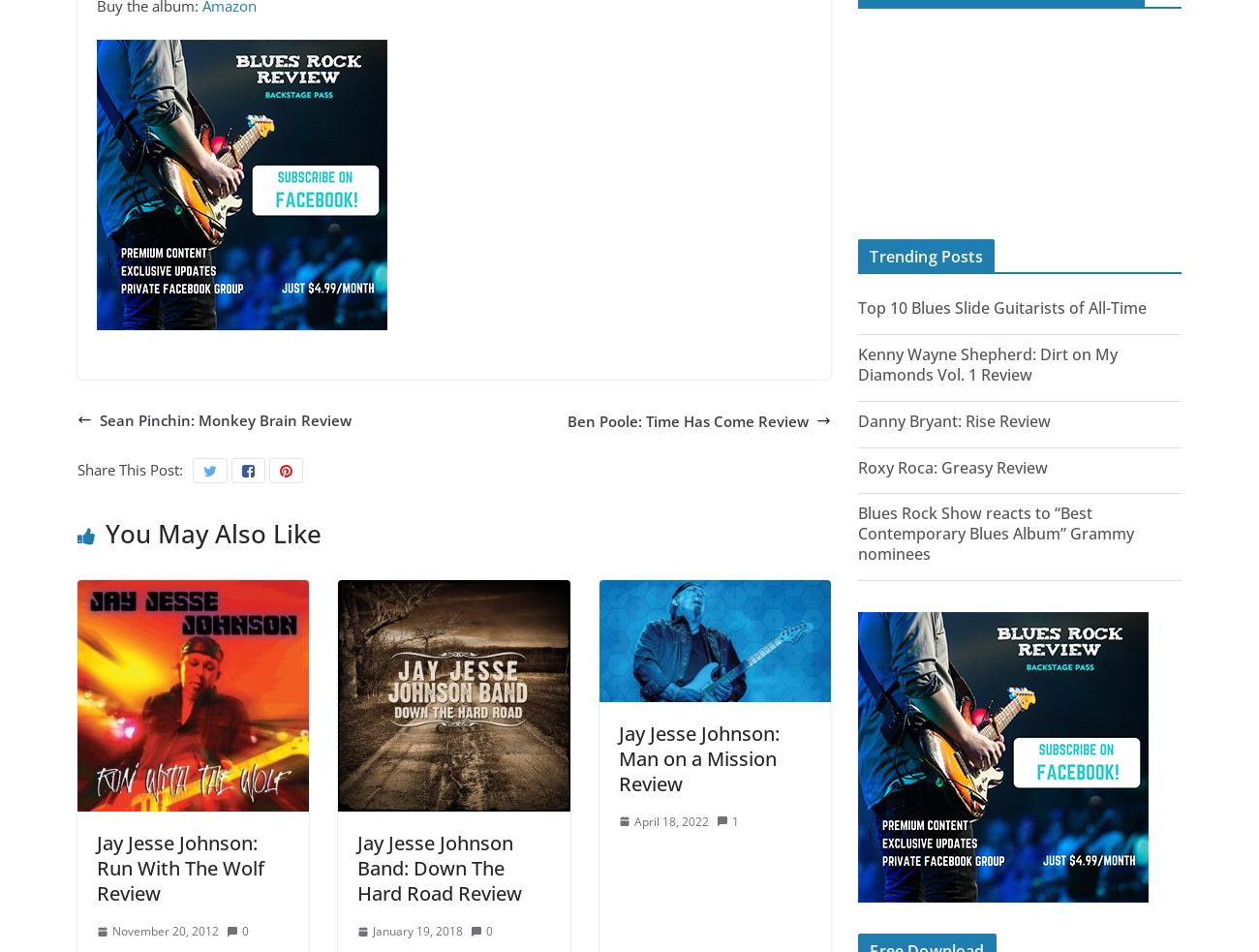  I want to click on 'Trending Posts', so click(926, 256).